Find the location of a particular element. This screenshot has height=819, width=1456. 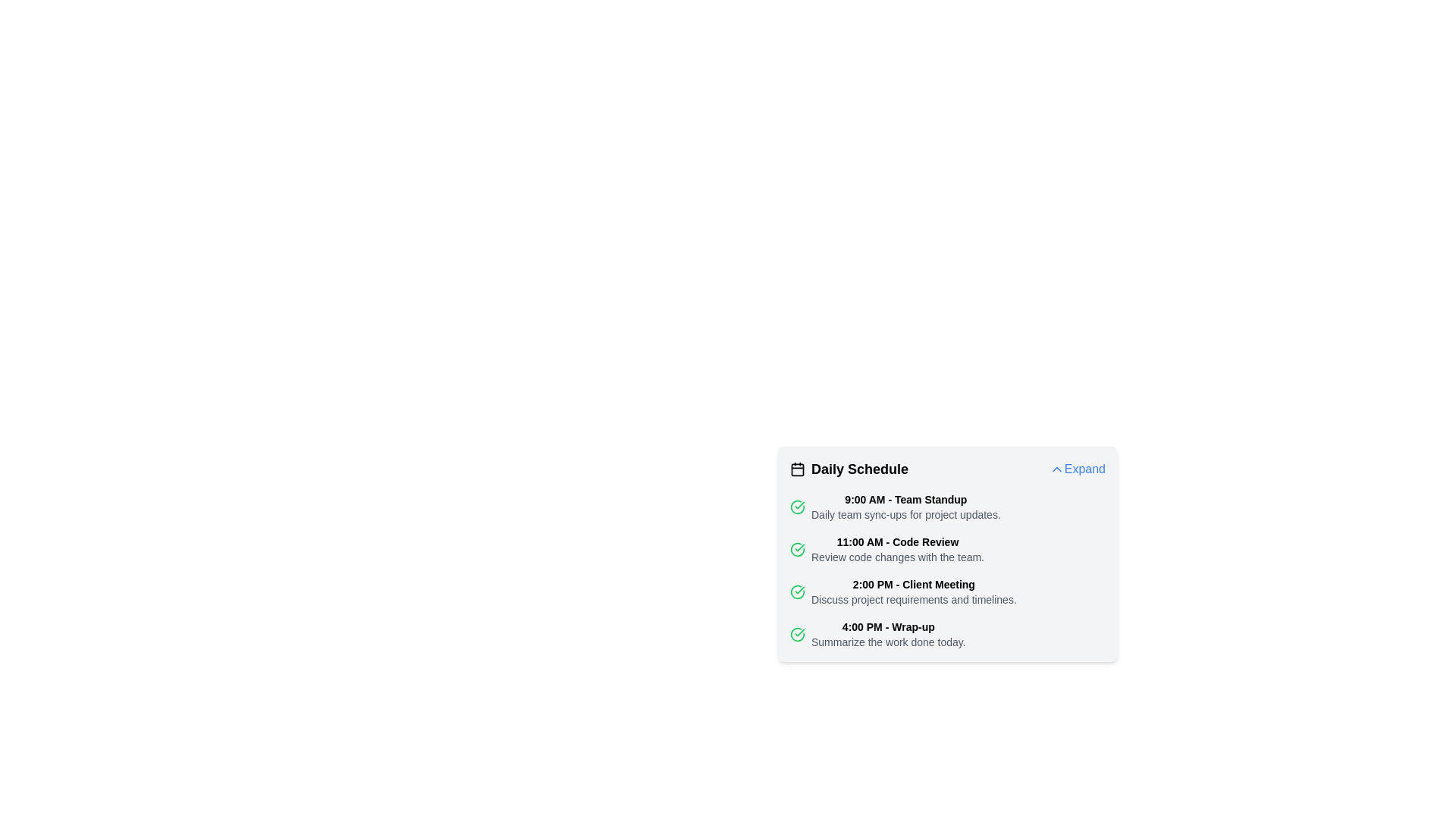

text displaying 'Daily team sync-ups for project updates.' which is located under the bolded title '9:00 AM - Team Standup' in the schedule interface is located at coordinates (905, 513).